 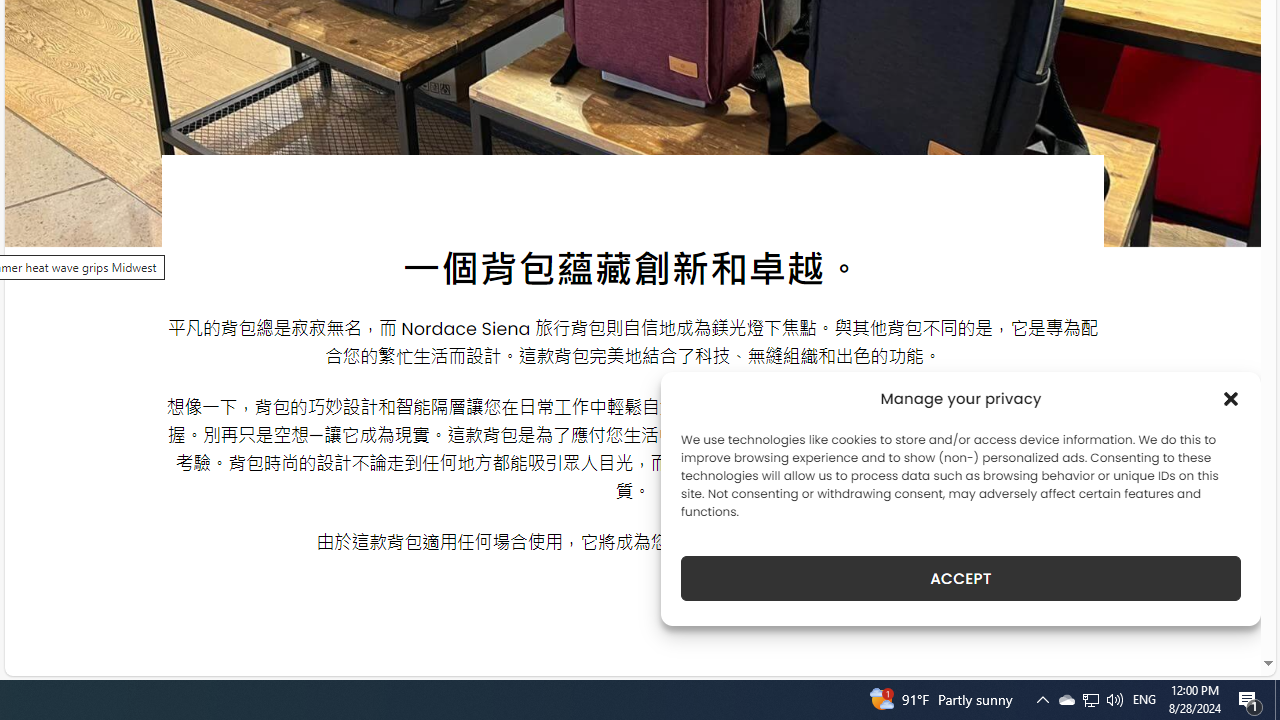 I want to click on 'ACCEPT', so click(x=961, y=578).